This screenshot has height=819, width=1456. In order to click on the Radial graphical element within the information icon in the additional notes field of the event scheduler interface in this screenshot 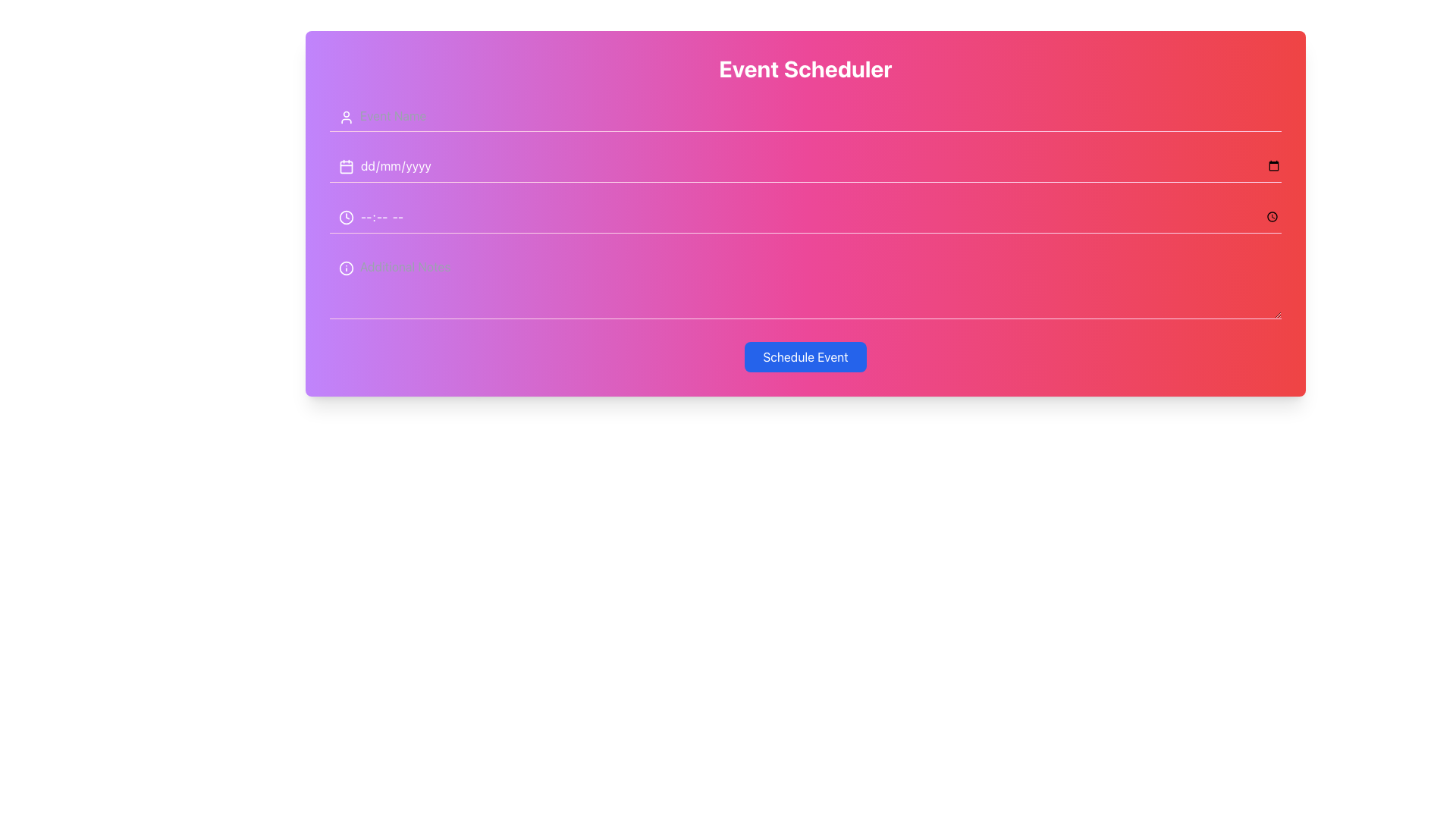, I will do `click(345, 268)`.